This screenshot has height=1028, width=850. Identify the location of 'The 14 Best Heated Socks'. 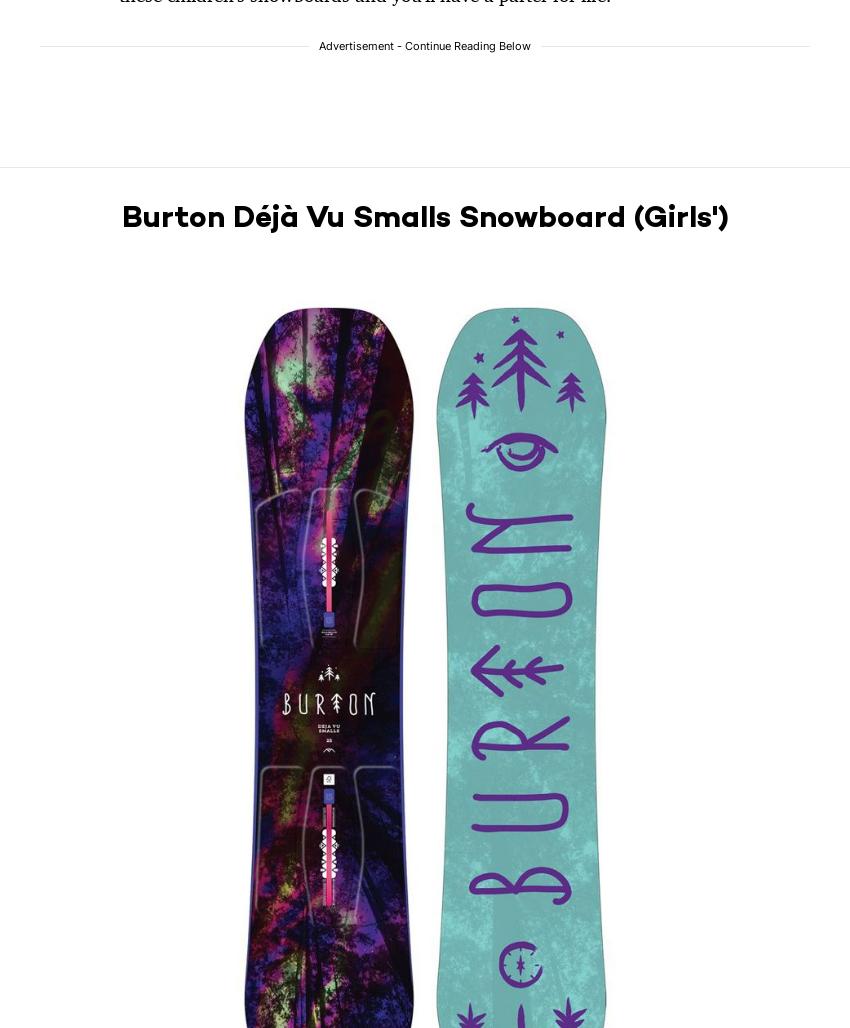
(717, 488).